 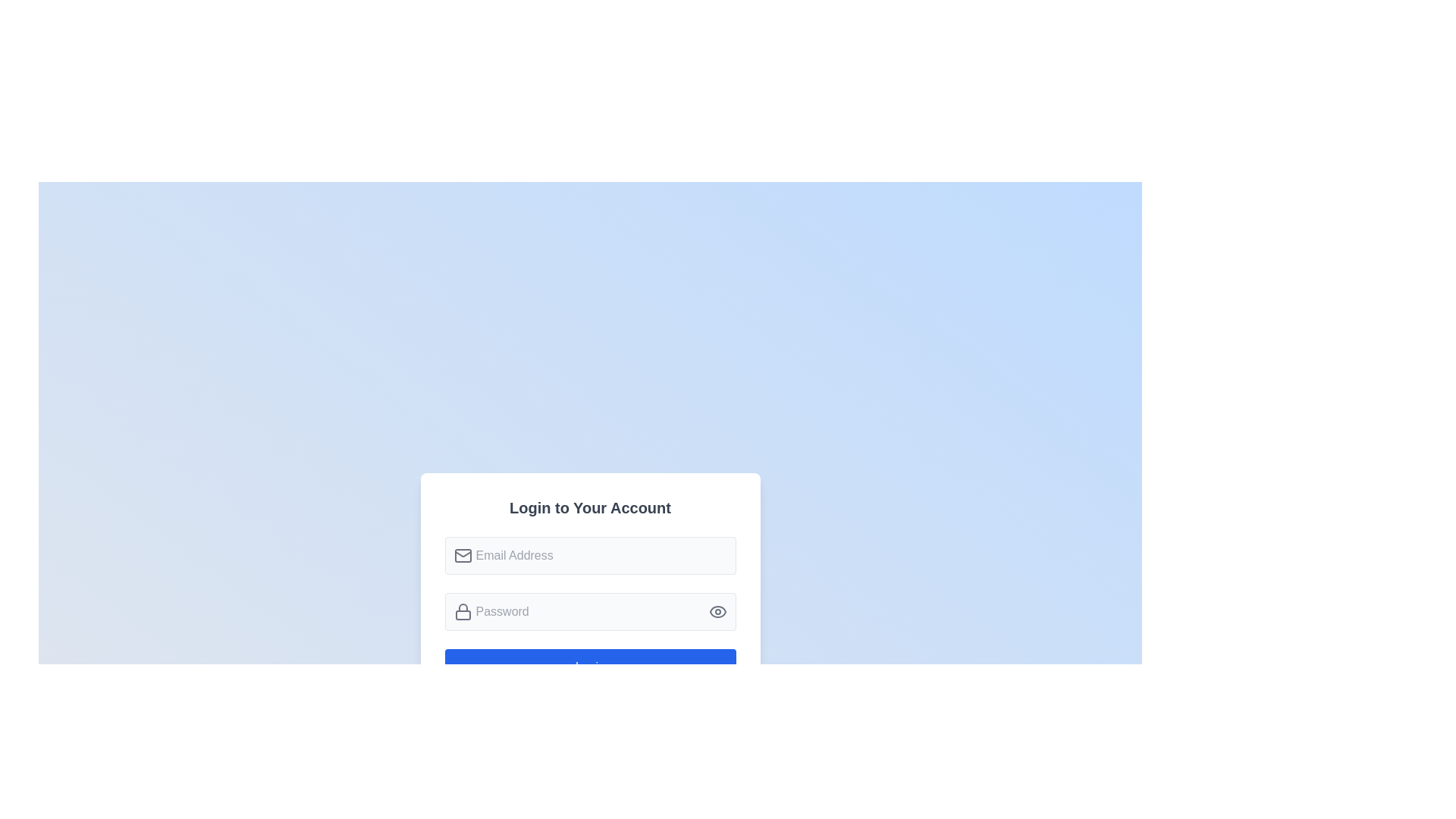 What do you see at coordinates (717, 610) in the screenshot?
I see `the eye icon button located to the right side of the password input field` at bounding box center [717, 610].